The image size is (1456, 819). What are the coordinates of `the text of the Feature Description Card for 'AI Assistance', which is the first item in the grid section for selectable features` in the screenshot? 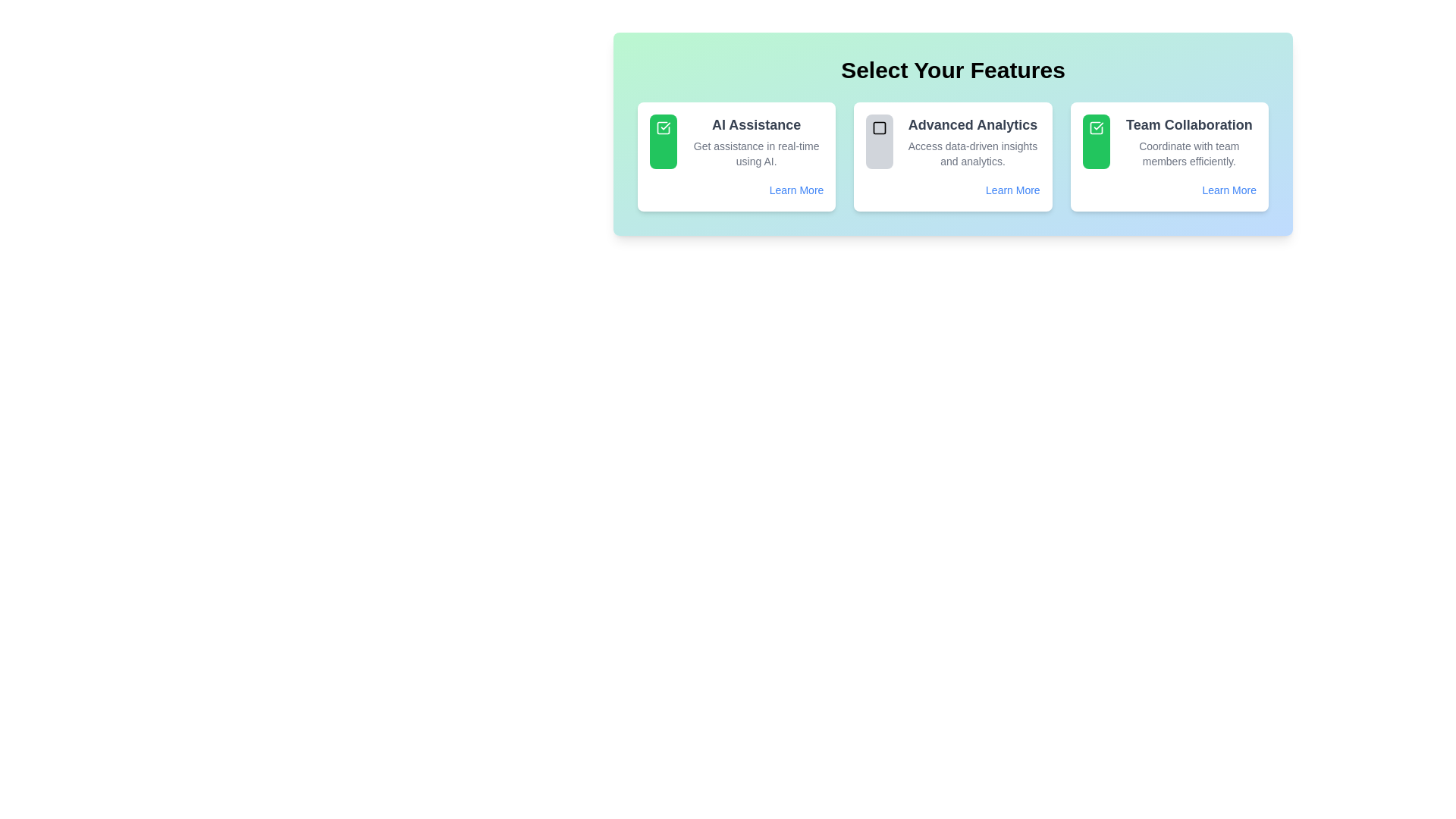 It's located at (736, 141).